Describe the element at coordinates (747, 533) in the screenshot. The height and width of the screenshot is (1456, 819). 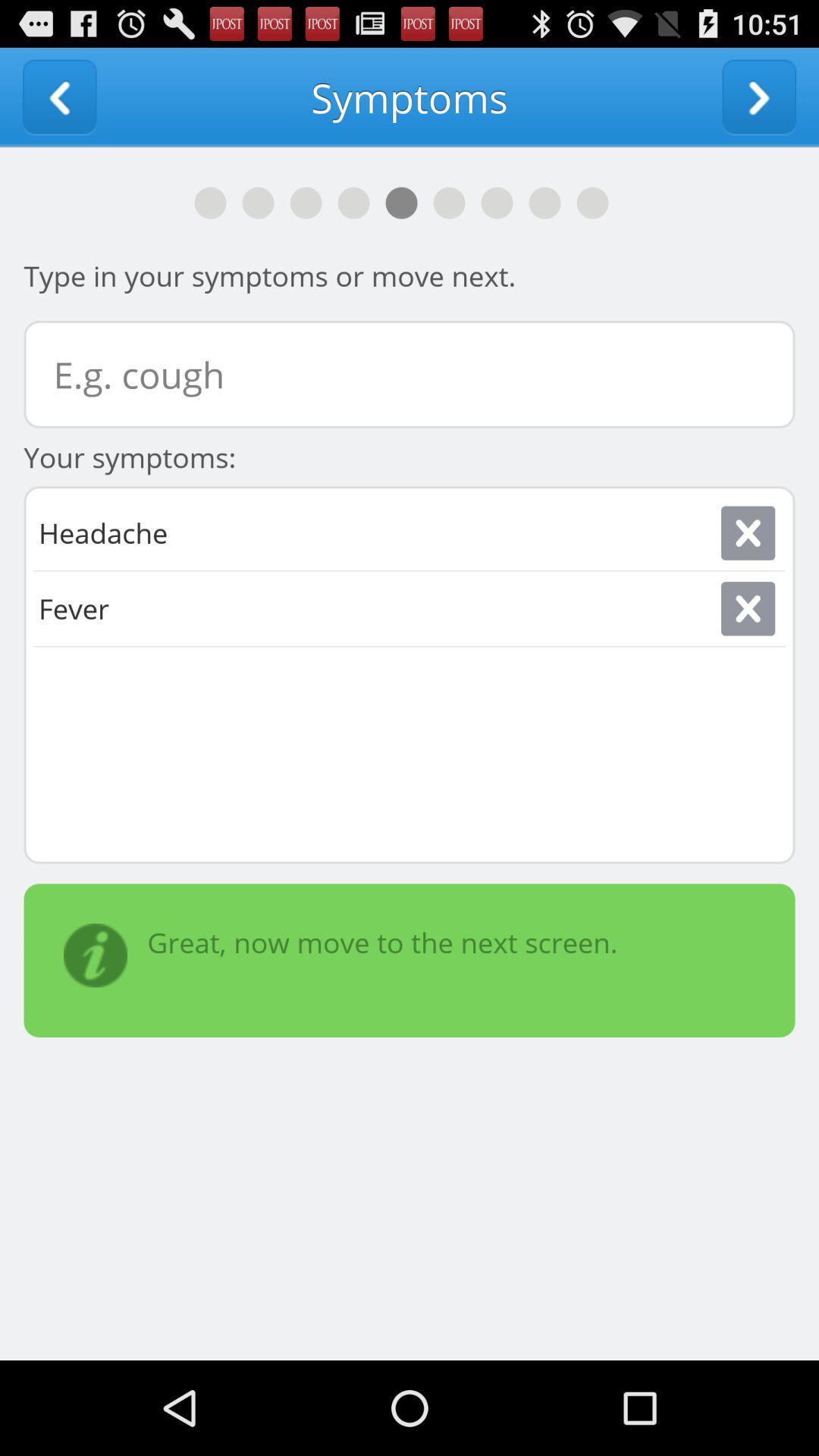
I see `remove item` at that location.